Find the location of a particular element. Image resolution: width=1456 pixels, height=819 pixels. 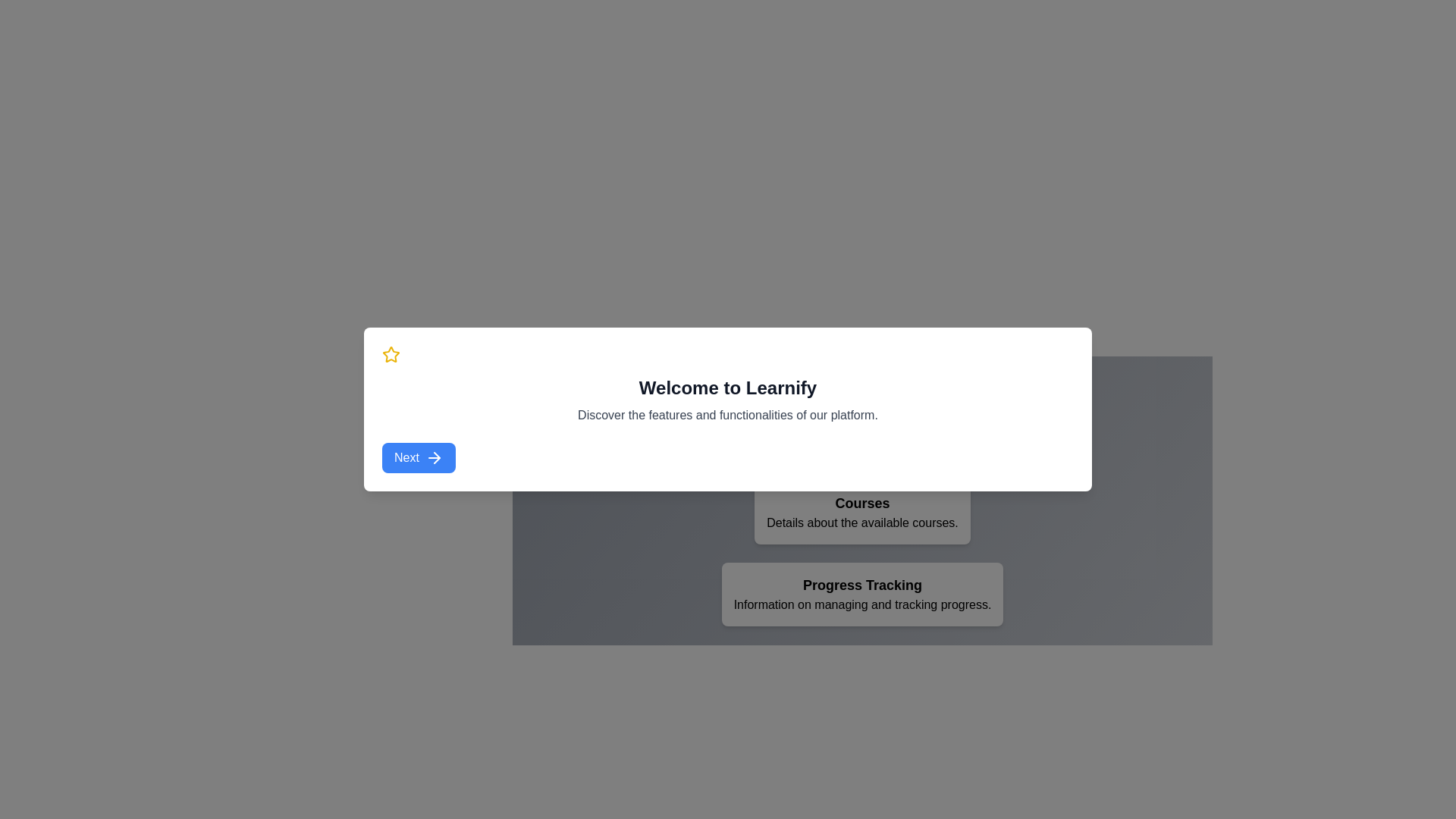

the right-pointing arrow icon located within the 'Next' button at the bottom-left corner of the modal window is located at coordinates (436, 457).